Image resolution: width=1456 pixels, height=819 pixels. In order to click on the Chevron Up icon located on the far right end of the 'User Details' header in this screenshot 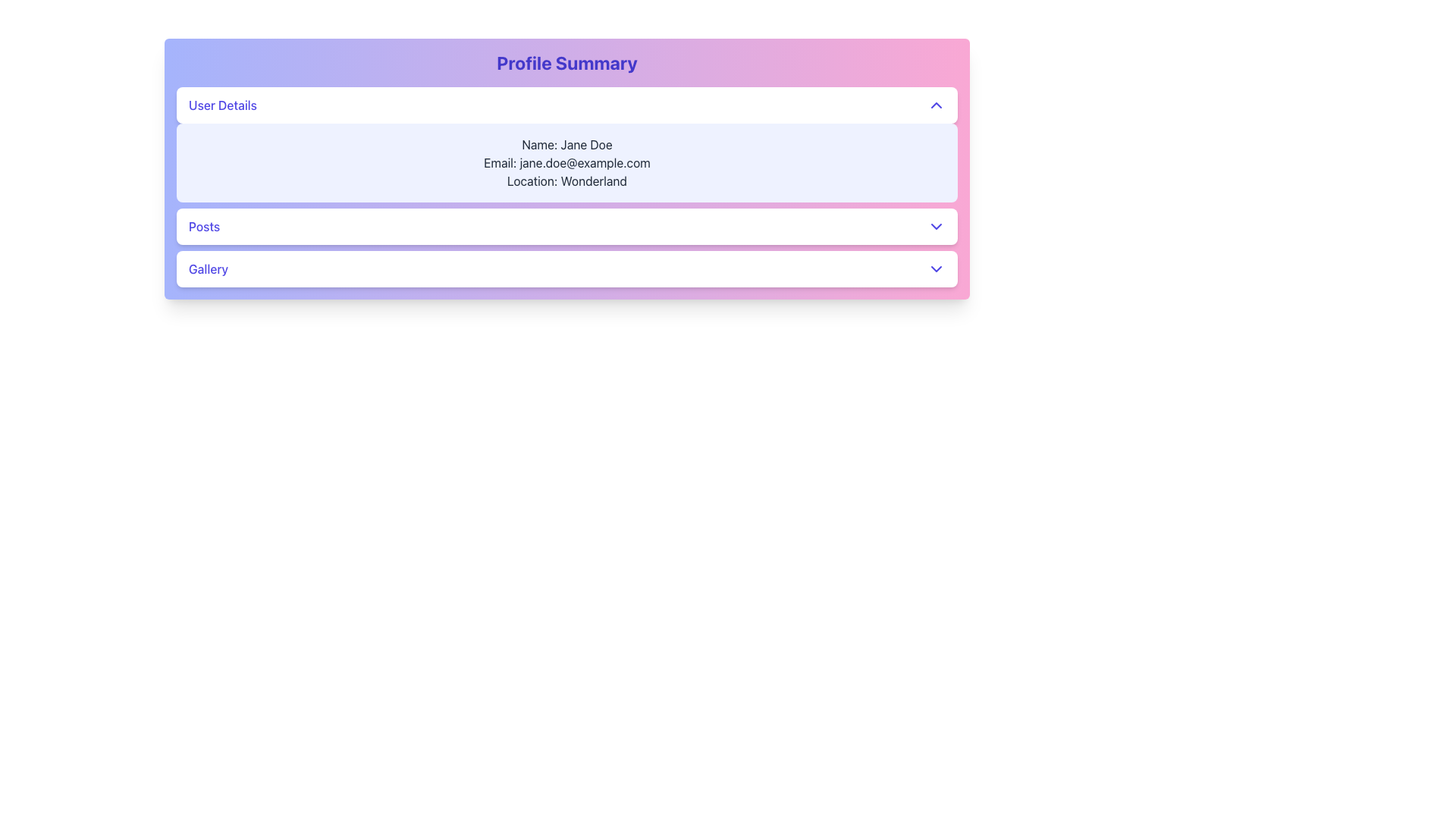, I will do `click(935, 104)`.